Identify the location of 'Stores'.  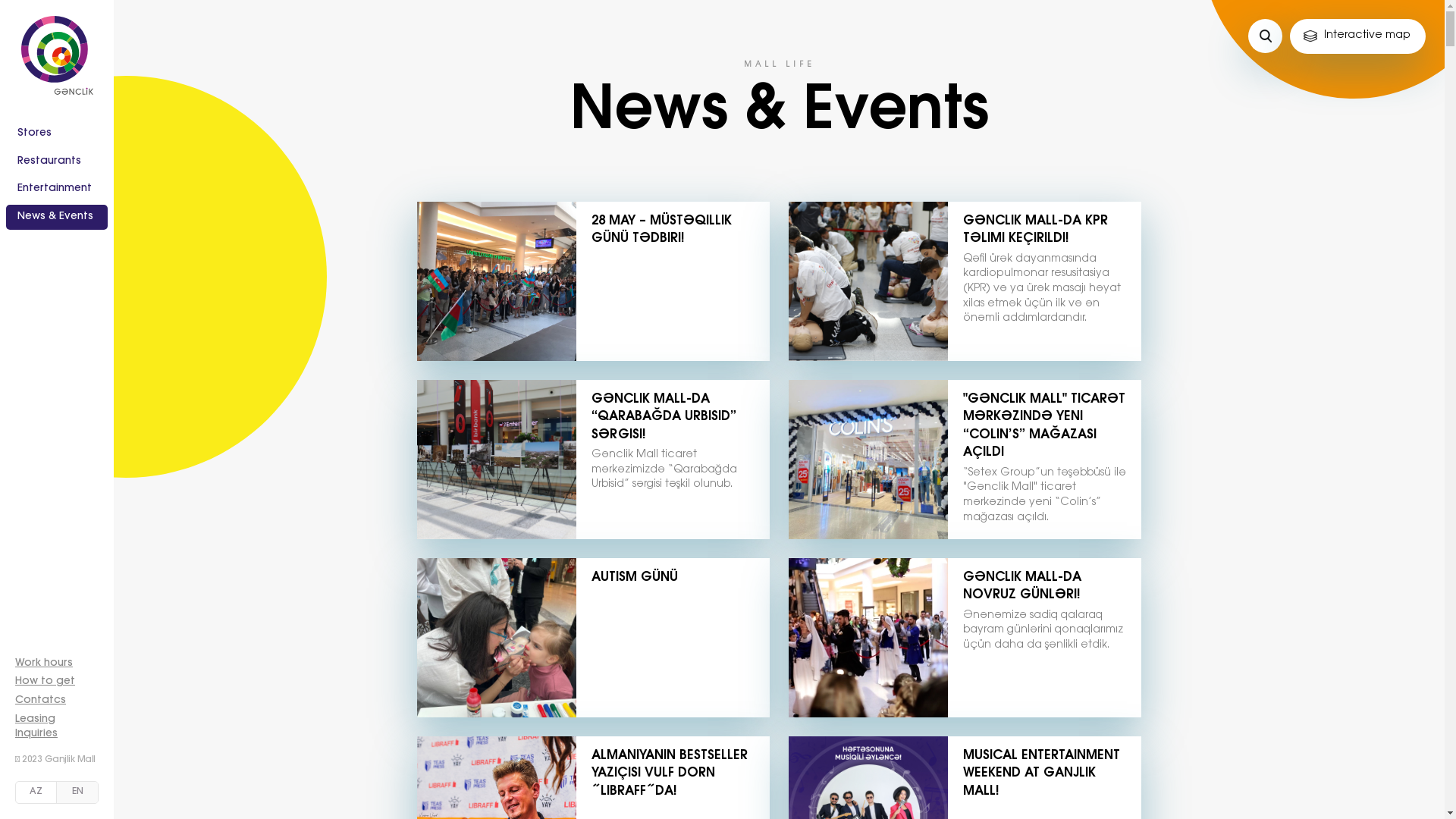
(57, 133).